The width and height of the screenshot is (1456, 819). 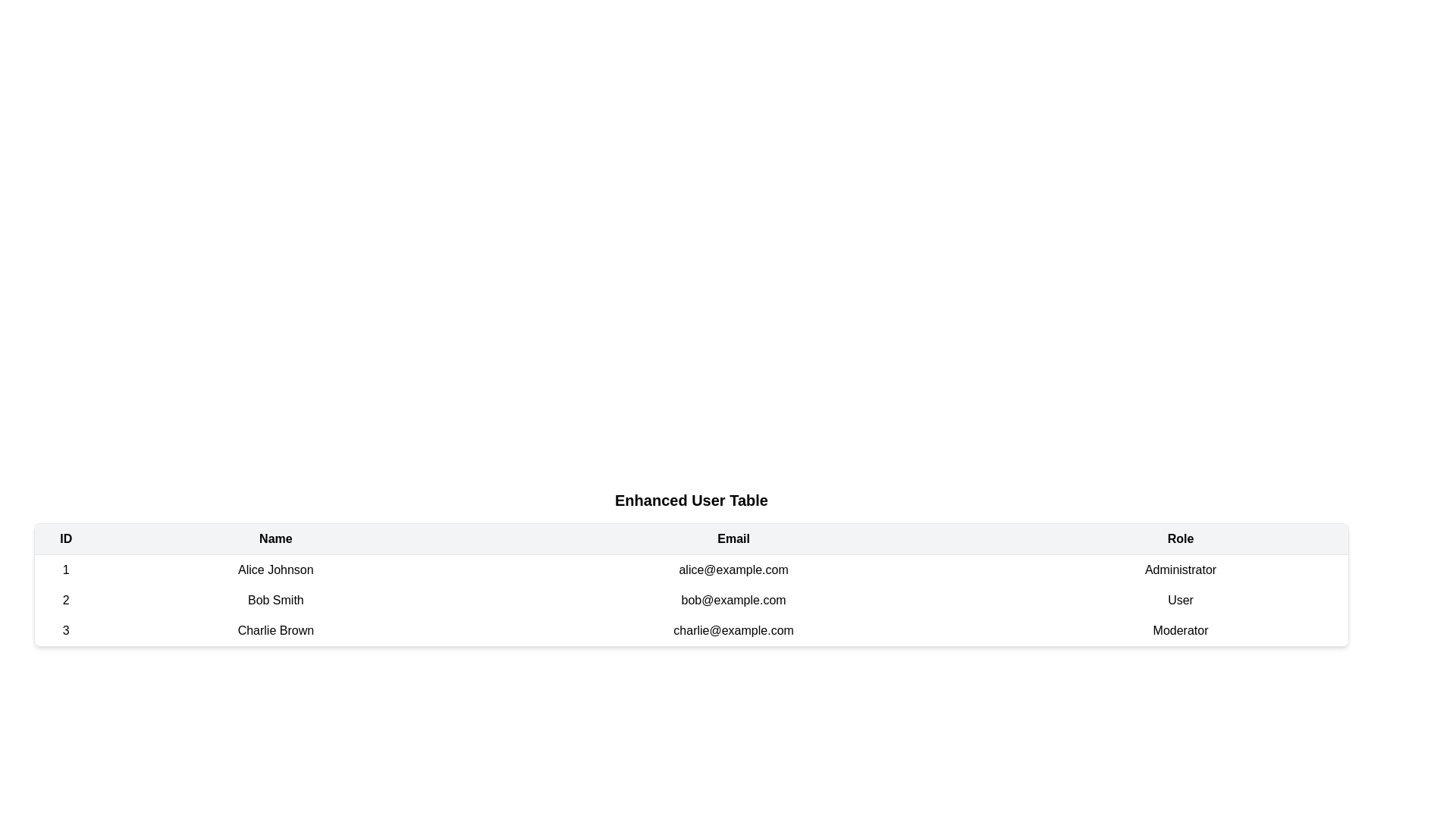 I want to click on the static text component displaying the number '2' in the second row of the table under the 'ID' column, so click(x=65, y=599).